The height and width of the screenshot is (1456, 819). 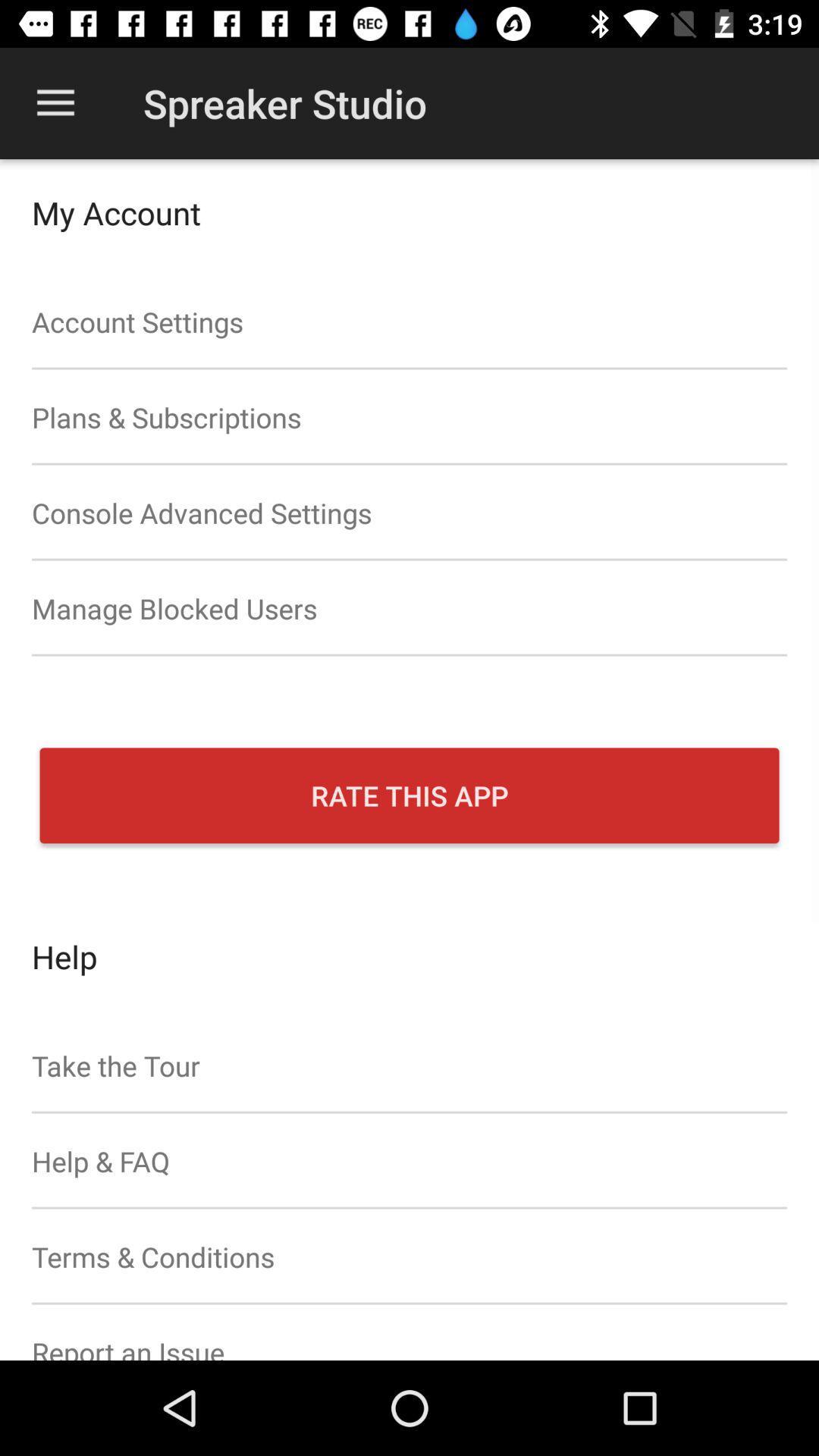 What do you see at coordinates (409, 513) in the screenshot?
I see `the item above manage blocked users item` at bounding box center [409, 513].